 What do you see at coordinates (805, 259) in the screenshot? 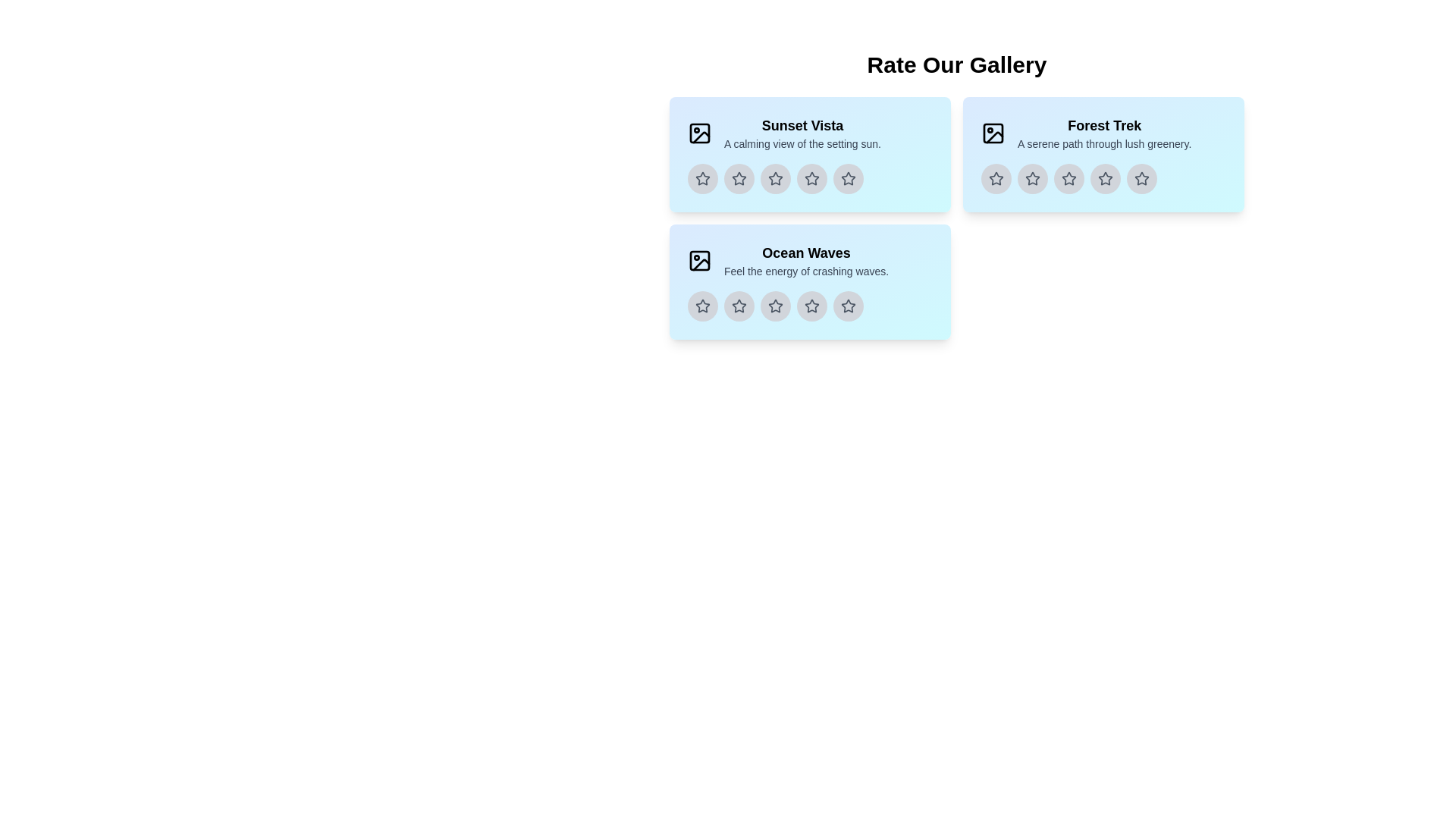
I see `the text block containing 'Ocean Waves' and 'Feel the energy of crashing waves' to trigger any potential interactive effects` at bounding box center [805, 259].